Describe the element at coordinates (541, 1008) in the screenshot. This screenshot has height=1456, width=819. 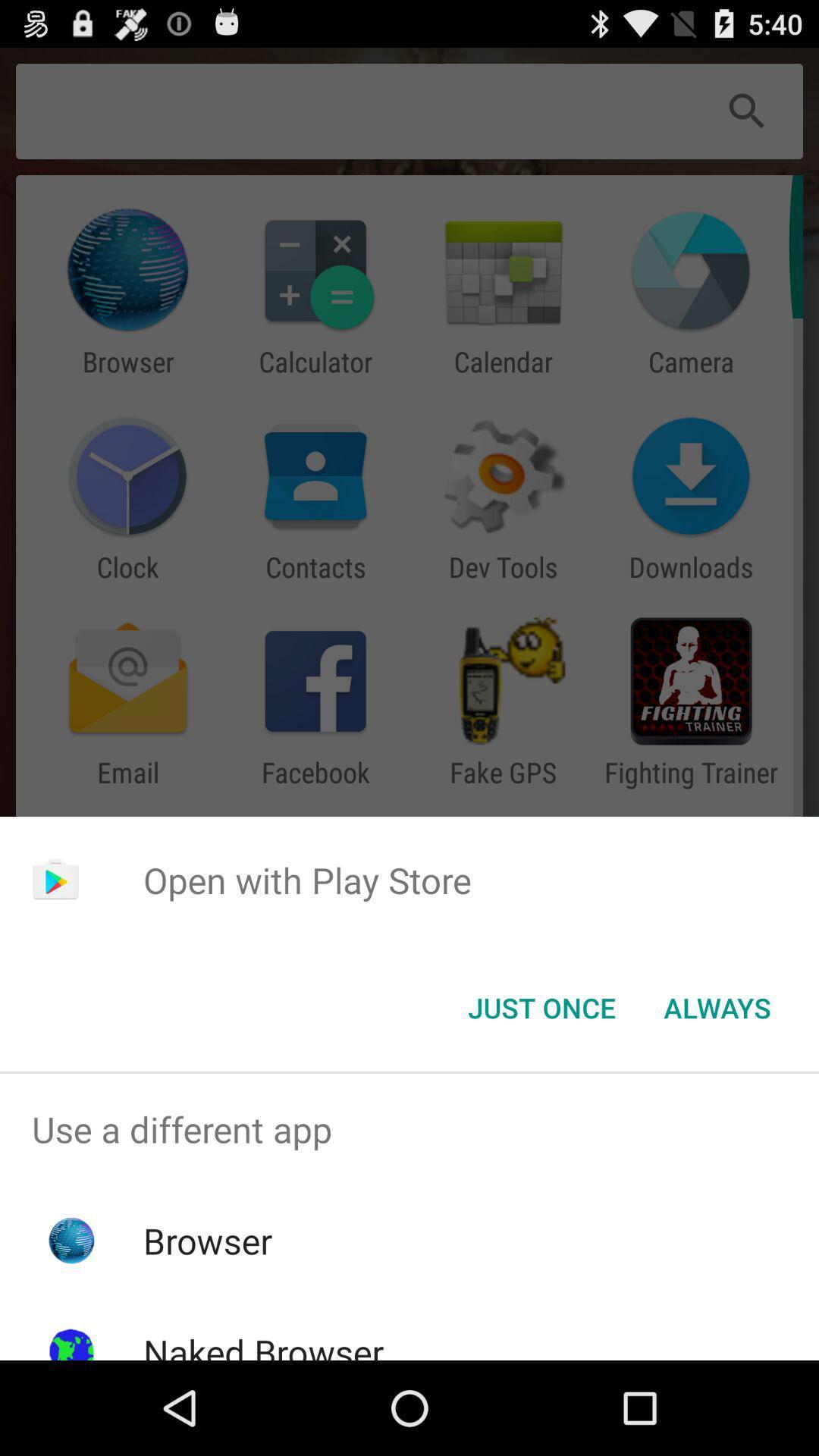
I see `the button next to always` at that location.